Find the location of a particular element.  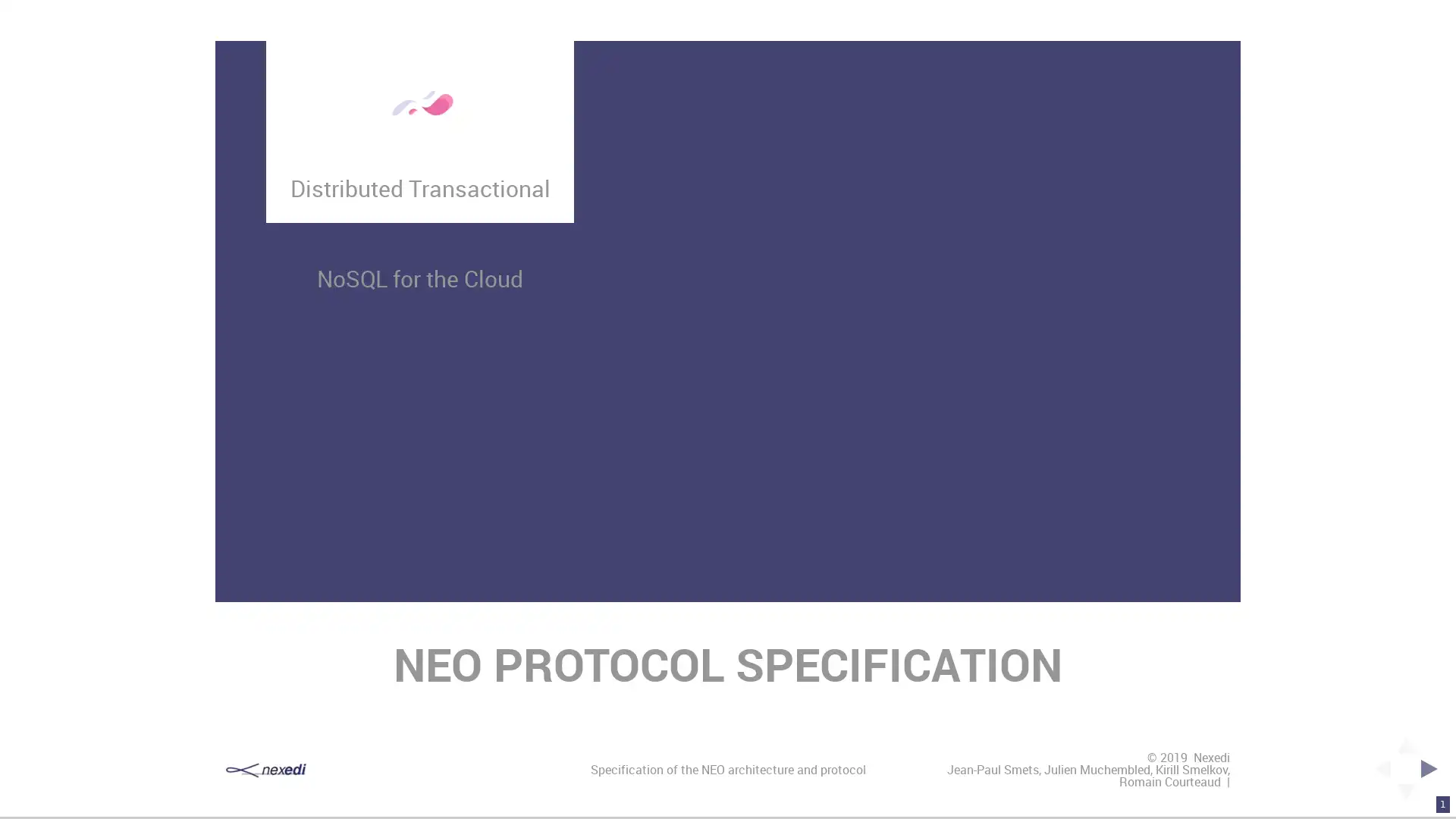

next slide is located at coordinates (1432, 768).